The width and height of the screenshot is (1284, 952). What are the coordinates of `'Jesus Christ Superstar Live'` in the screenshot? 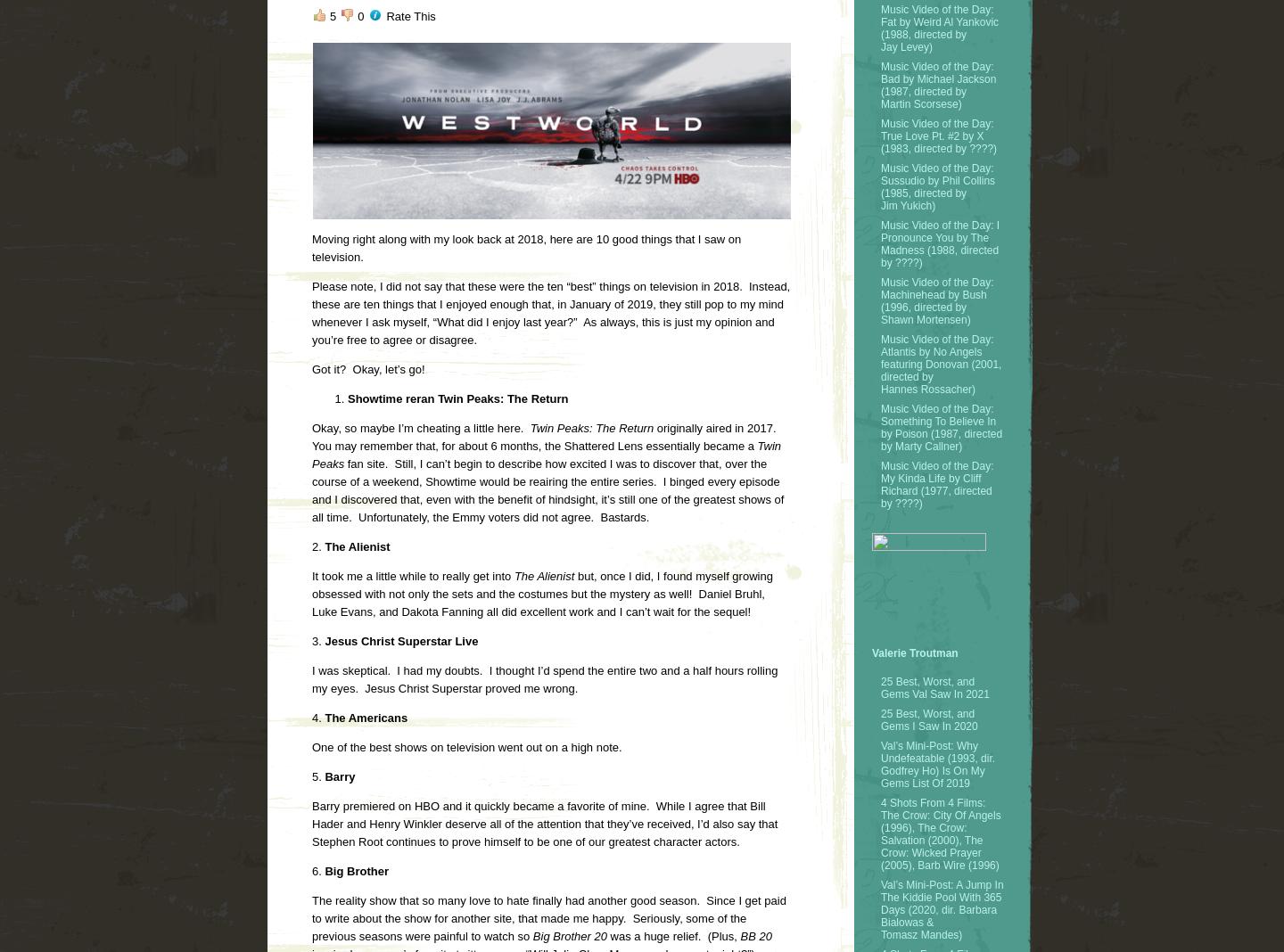 It's located at (321, 641).